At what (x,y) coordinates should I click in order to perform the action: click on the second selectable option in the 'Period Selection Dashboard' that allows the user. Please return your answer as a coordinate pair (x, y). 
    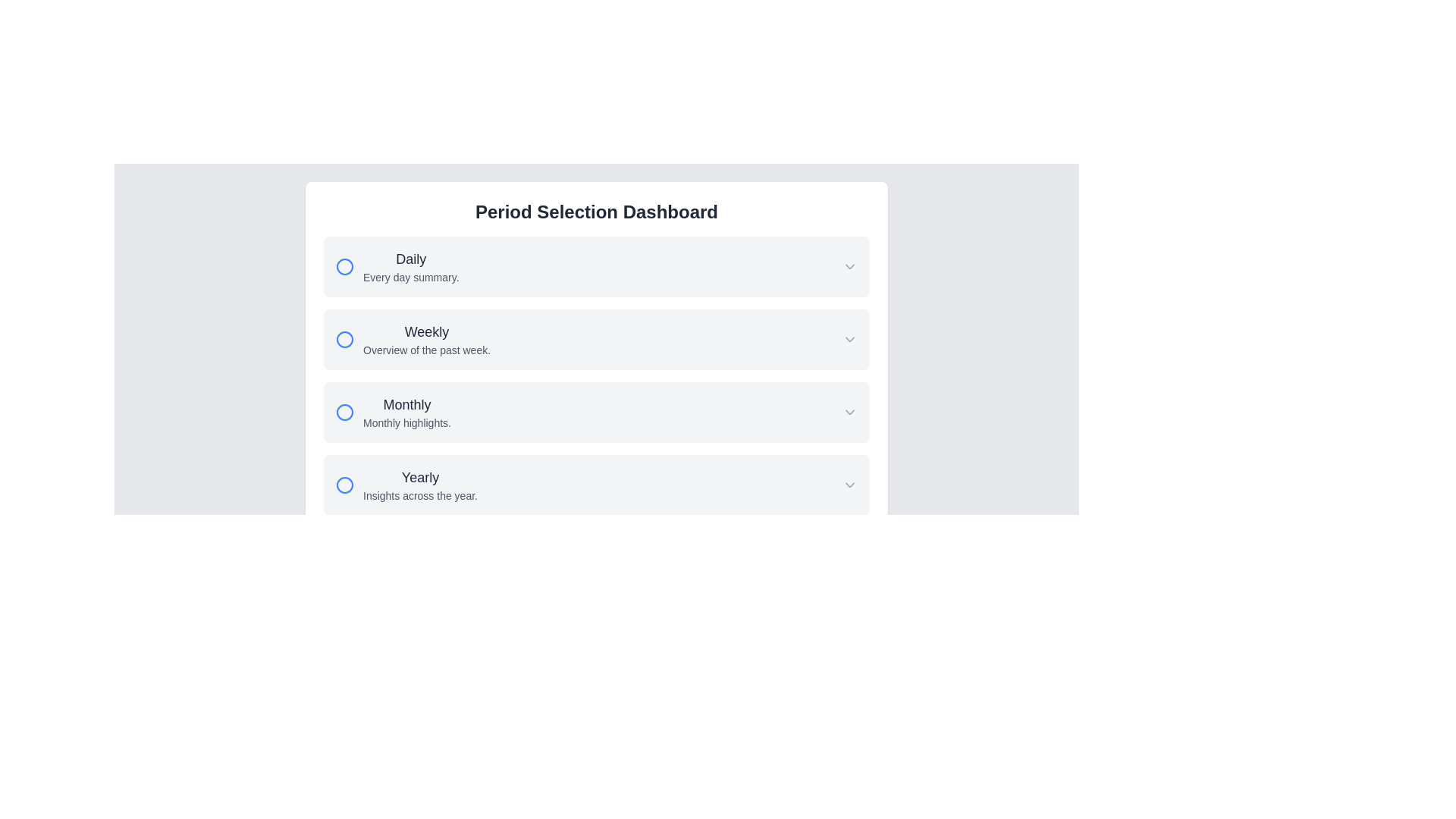
    Looking at the image, I should click on (596, 357).